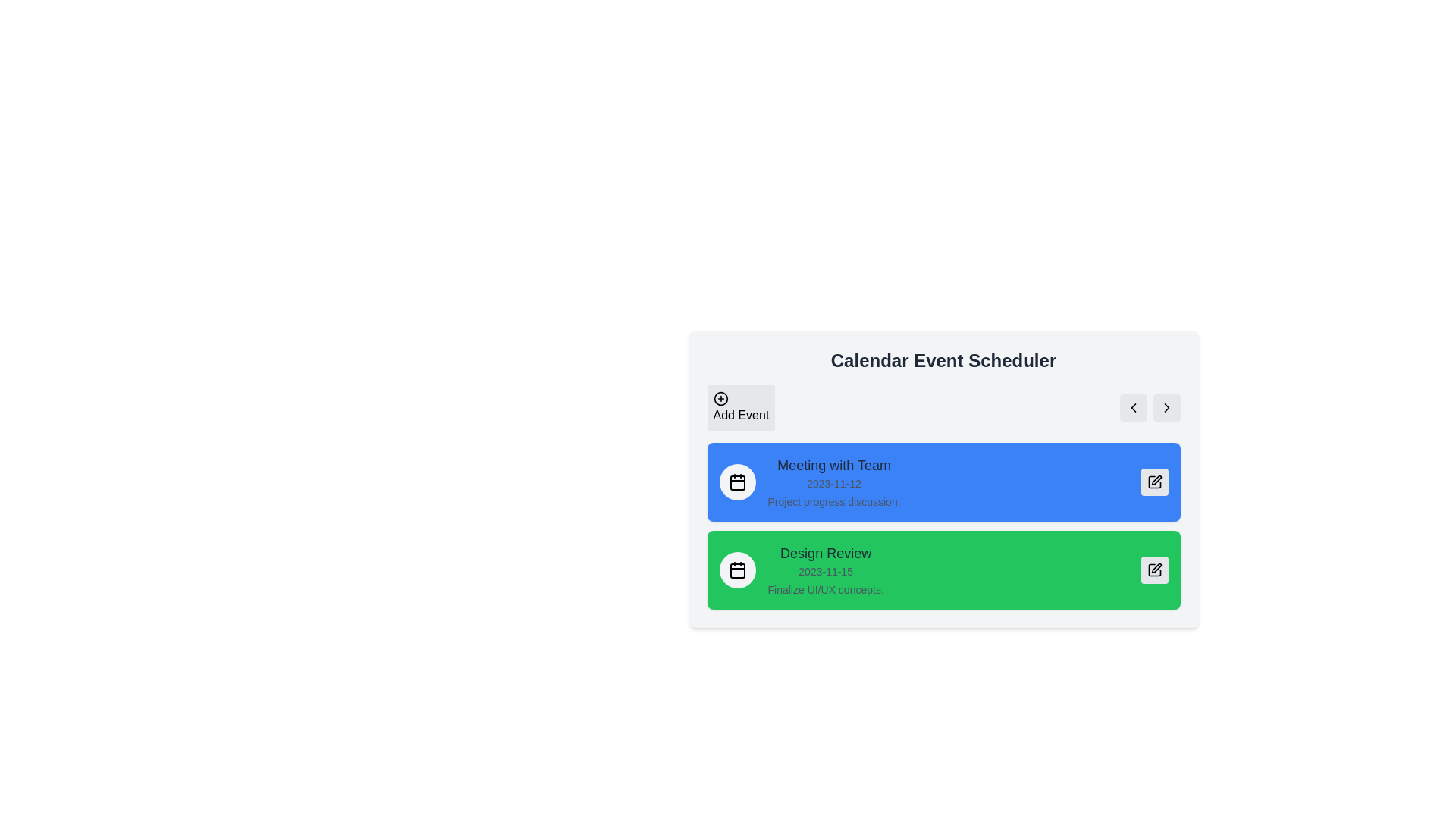 This screenshot has height=819, width=1456. Describe the element at coordinates (1133, 406) in the screenshot. I see `the left arrow navigation icon button in the calendar event scheduler interface` at that location.